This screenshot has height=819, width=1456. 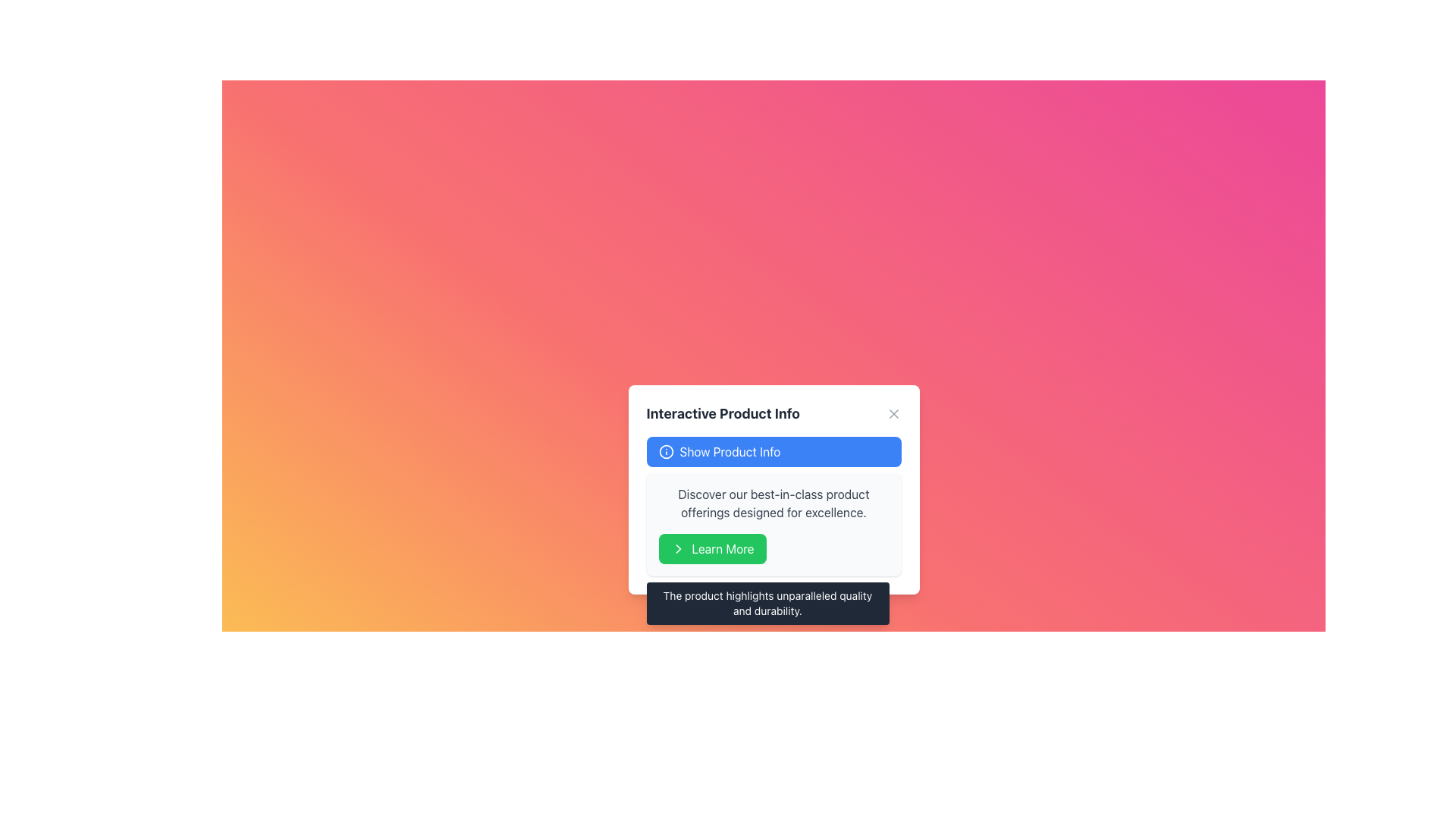 What do you see at coordinates (773, 503) in the screenshot?
I see `the descriptive text label that provides context about the product offerings, positioned above the green 'Learn More' button and below the blue 'Show Product Info' button` at bounding box center [773, 503].